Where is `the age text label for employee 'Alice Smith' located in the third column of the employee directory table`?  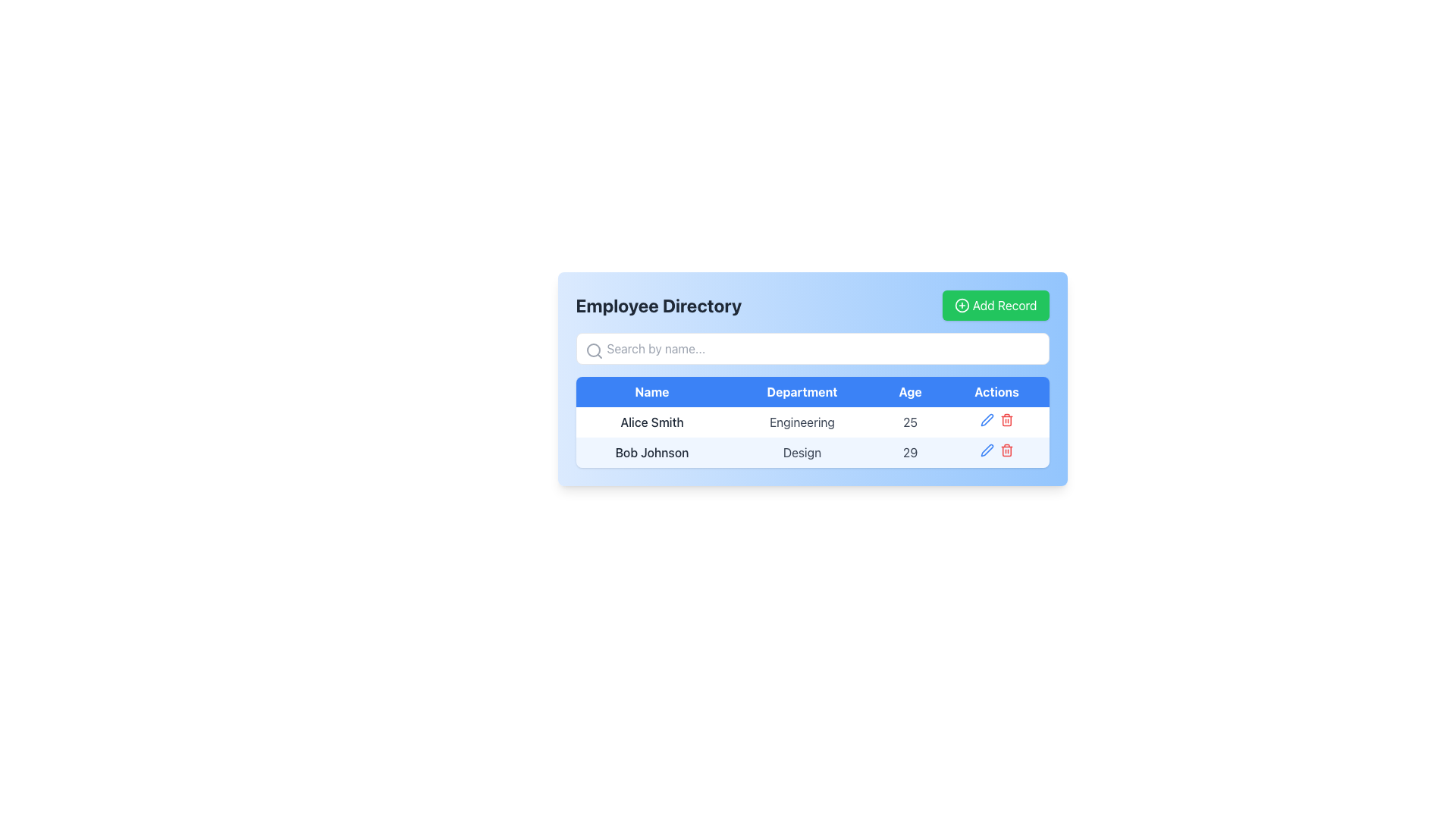
the age text label for employee 'Alice Smith' located in the third column of the employee directory table is located at coordinates (910, 422).